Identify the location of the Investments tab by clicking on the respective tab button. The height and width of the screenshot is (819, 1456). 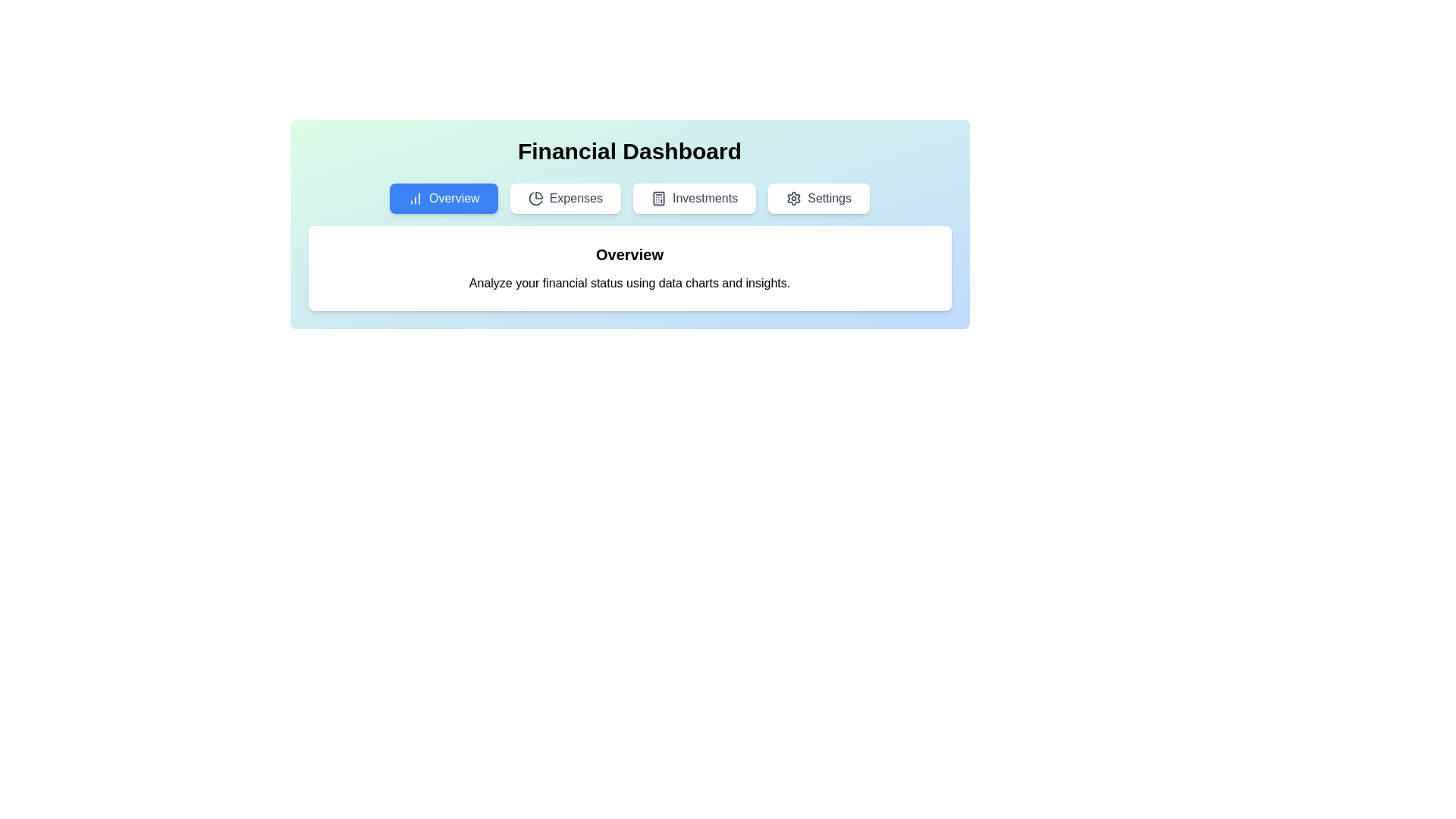
(694, 198).